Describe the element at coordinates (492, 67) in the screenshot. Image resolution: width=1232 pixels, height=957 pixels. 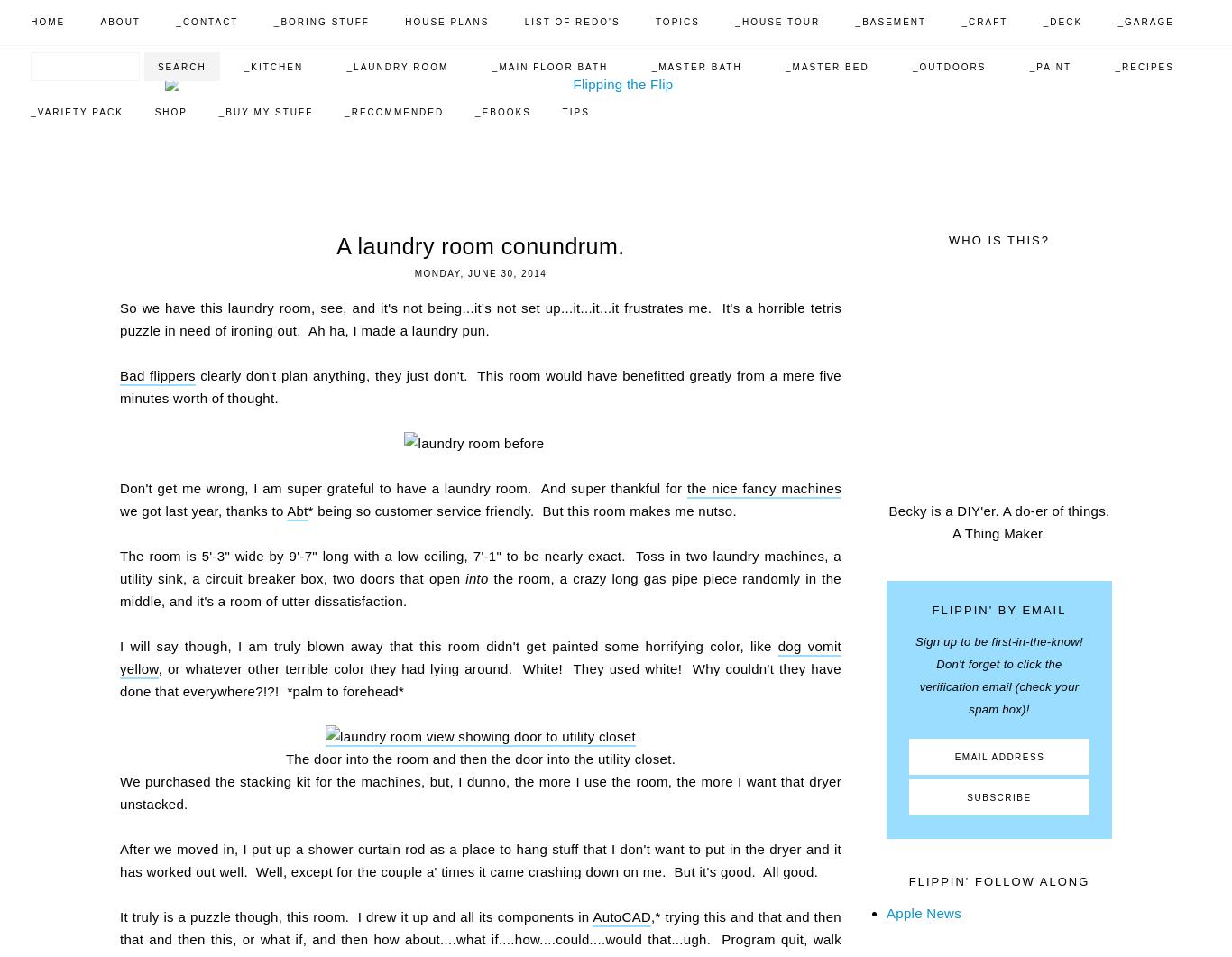
I see `'_Main Floor Bath'` at that location.